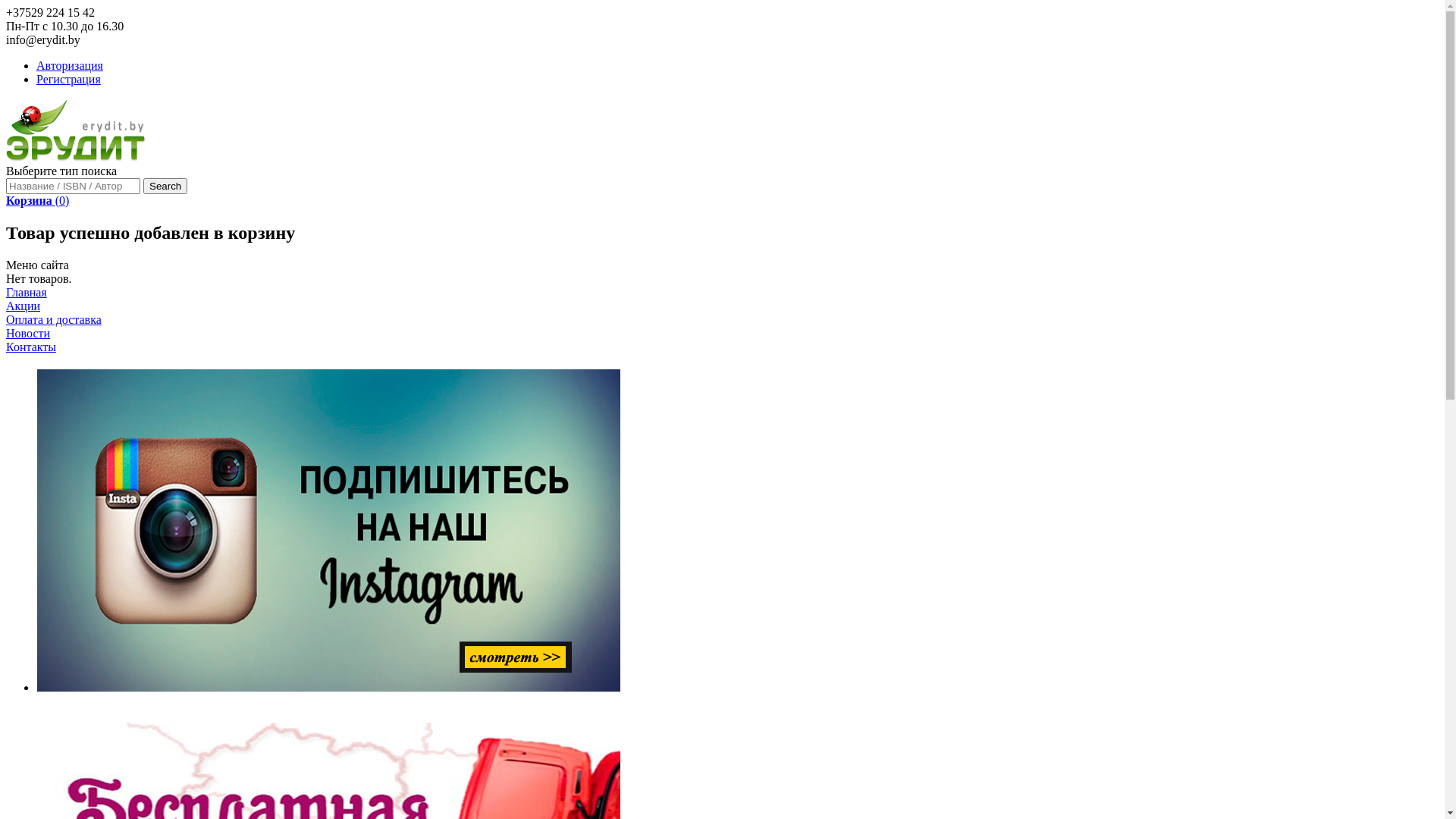 The height and width of the screenshot is (819, 1456). I want to click on 'Search', so click(165, 185).